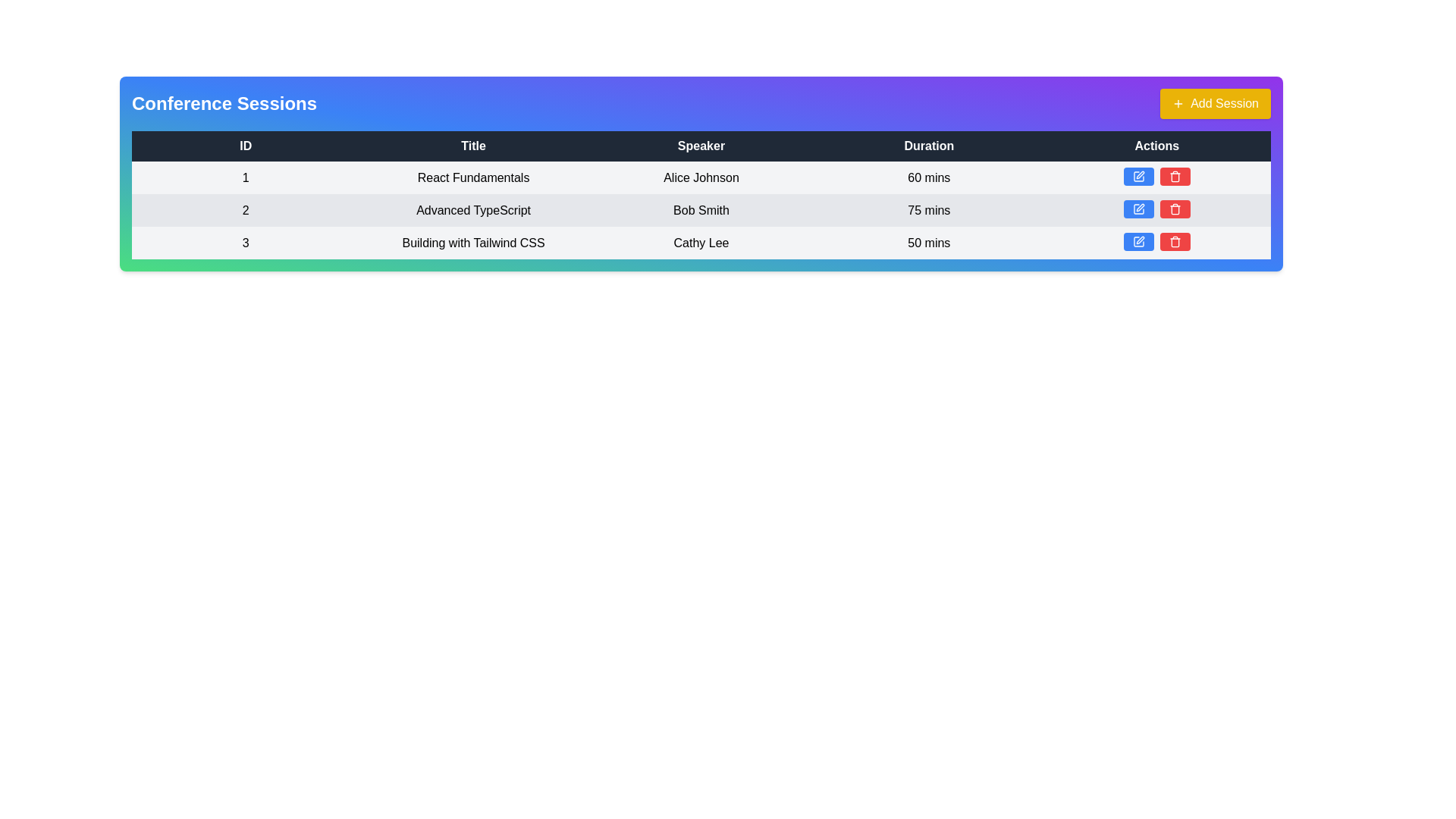 The width and height of the screenshot is (1456, 819). I want to click on the SVG-based edit icon, which resembles a pen symbol, located in the third row of the 'Actions' column for the session titled 'Building with Tailwind CSS', so click(1140, 207).